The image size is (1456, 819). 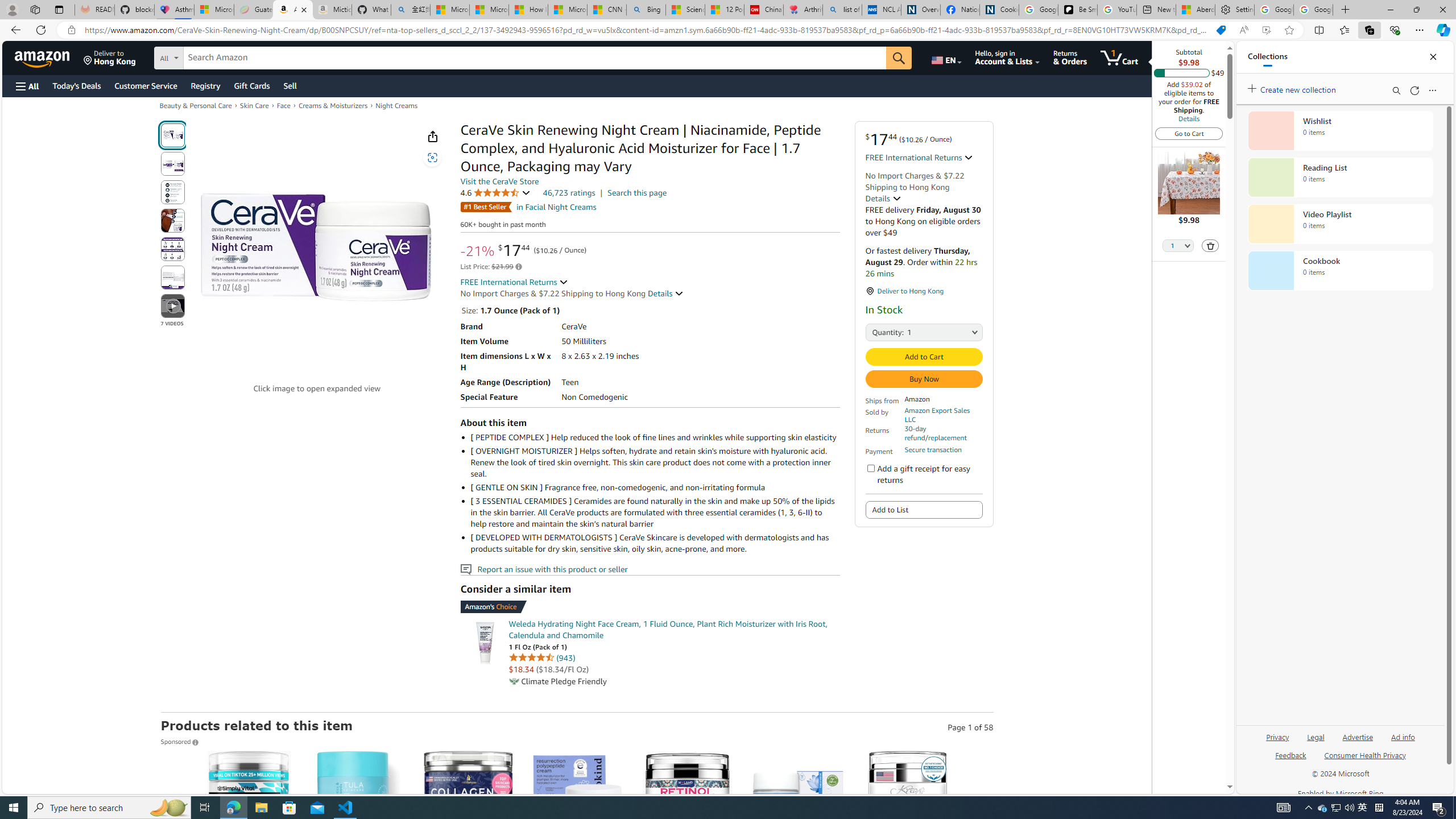 I want to click on 'Deliver to Hong Kong', so click(x=109, y=57).